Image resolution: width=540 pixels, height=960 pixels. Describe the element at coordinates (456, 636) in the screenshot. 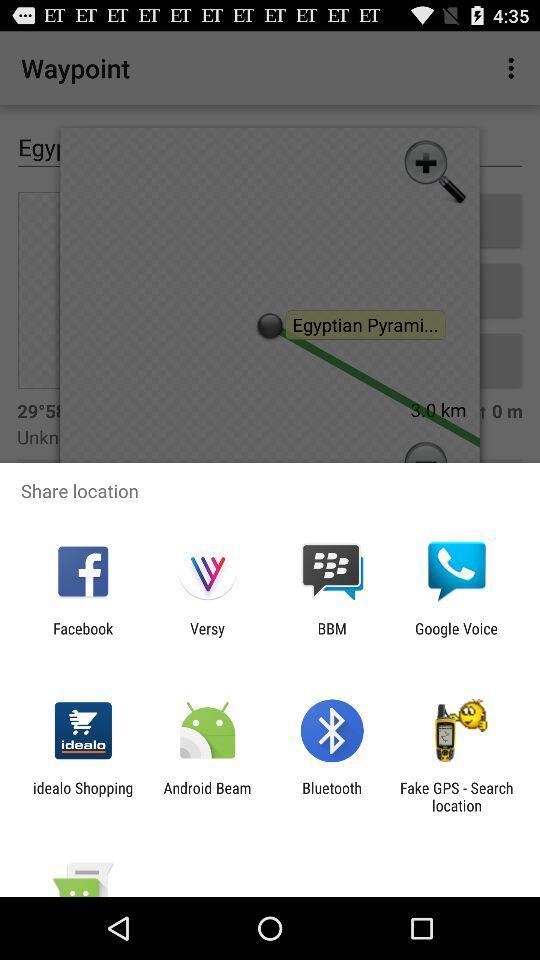

I see `icon next to bbm item` at that location.